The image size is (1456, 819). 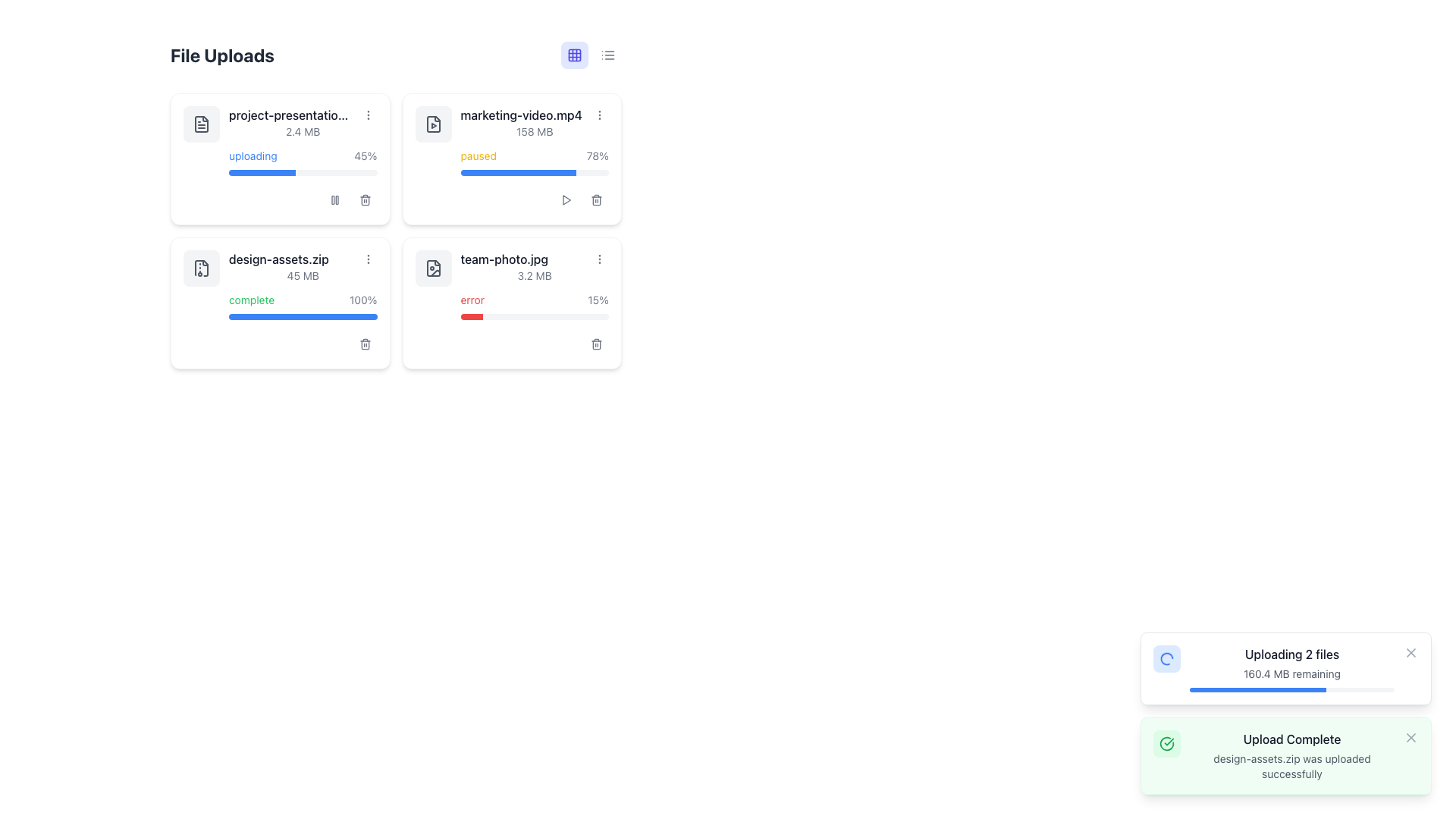 I want to click on progress bar located below the 'complete' label and '100%' text within the 'design-assets.zip' card to check its status information, so click(x=303, y=315).